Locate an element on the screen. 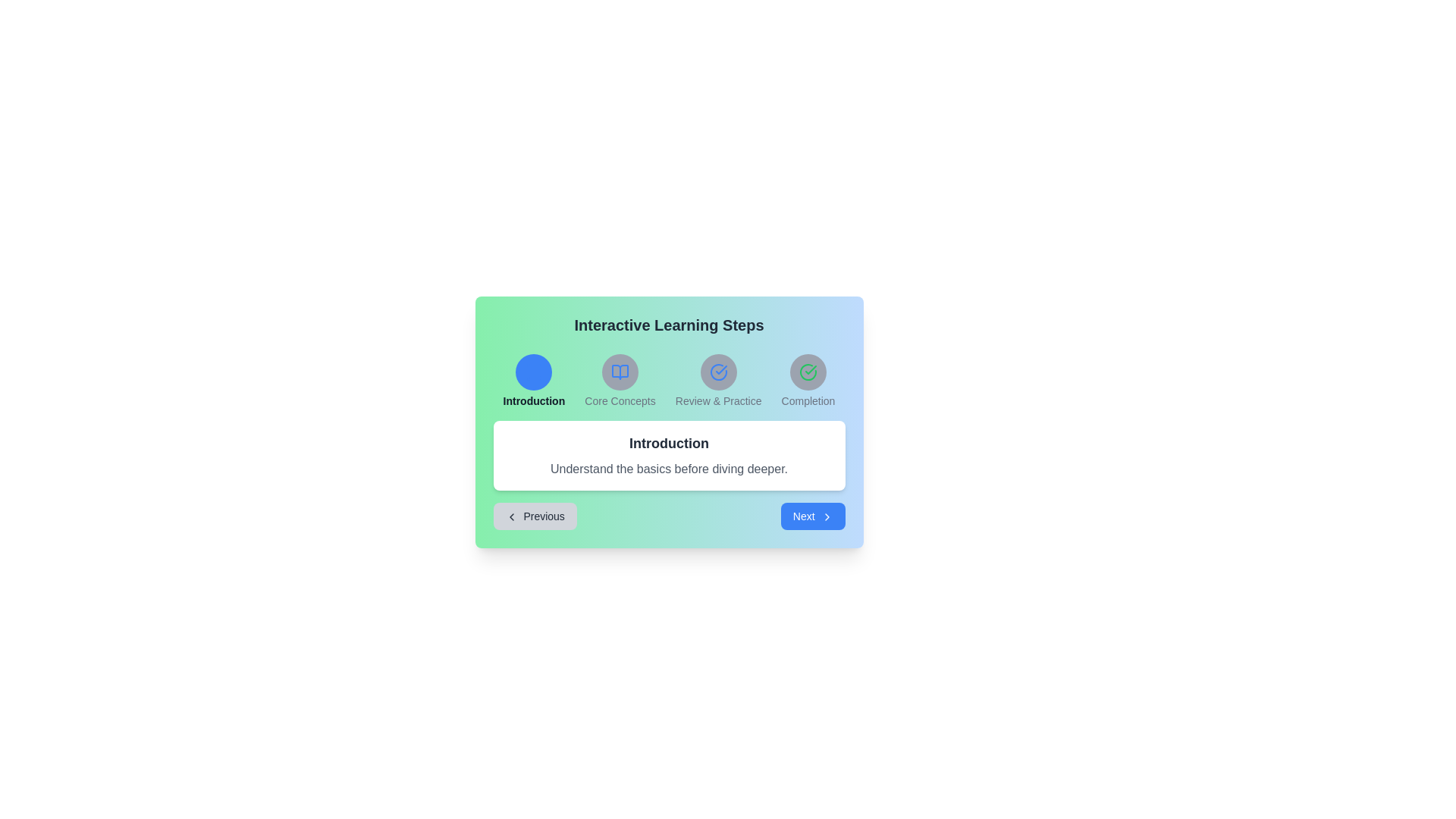 Image resolution: width=1456 pixels, height=819 pixels. the Checkmark icon located inside the green circular element on the right side of the steps navigation bar for visual confirmation is located at coordinates (810, 370).